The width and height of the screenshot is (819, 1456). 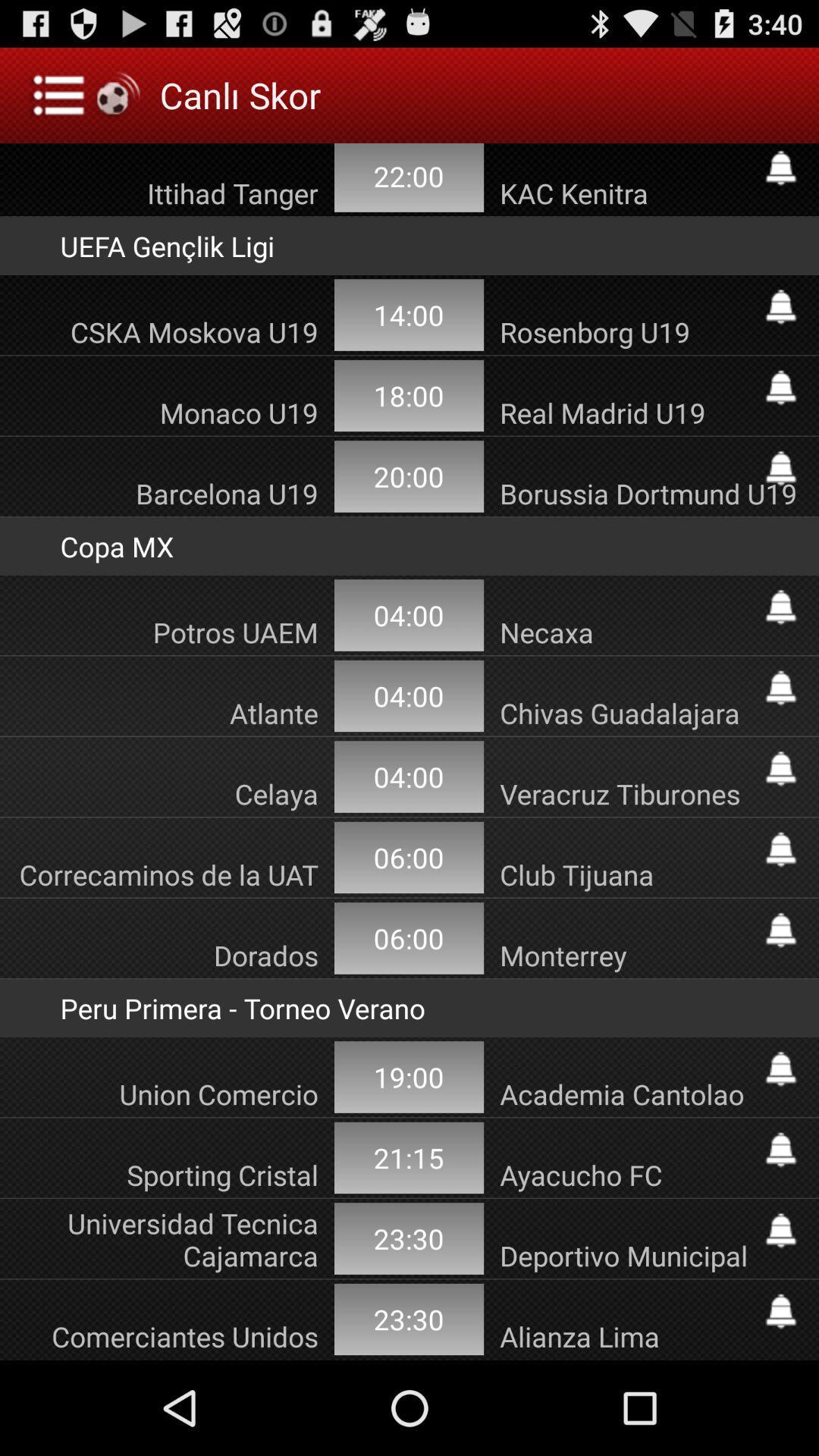 I want to click on follow universidad tecnica cajamarca deportivo municipal, so click(x=780, y=1230).